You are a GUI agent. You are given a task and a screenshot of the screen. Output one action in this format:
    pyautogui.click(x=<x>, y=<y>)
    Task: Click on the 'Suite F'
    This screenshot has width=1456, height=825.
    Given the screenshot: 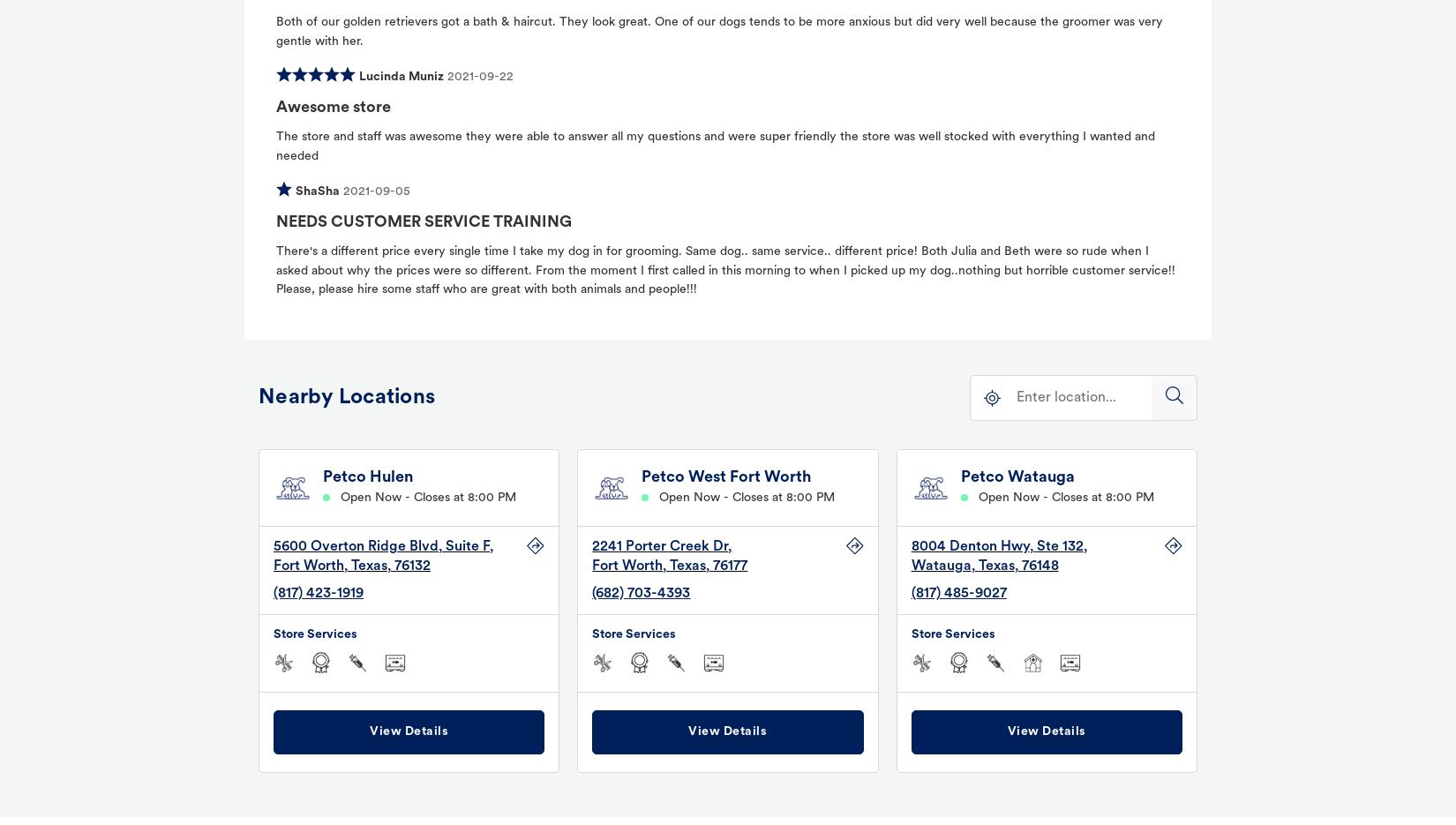 What is the action you would take?
    pyautogui.click(x=466, y=545)
    